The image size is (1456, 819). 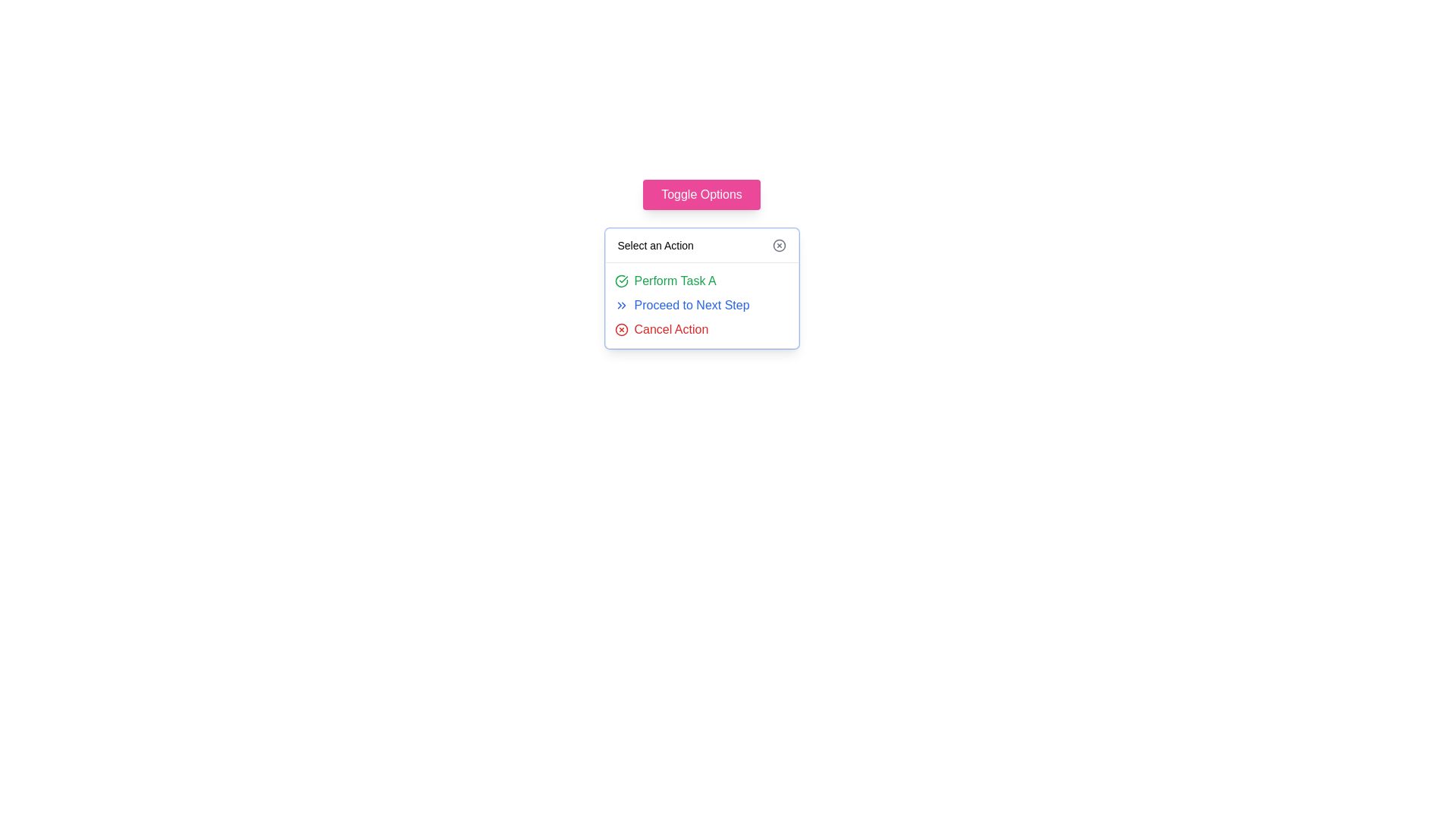 What do you see at coordinates (701, 281) in the screenshot?
I see `the clickable text with a decorative icon representing 'Task A'` at bounding box center [701, 281].